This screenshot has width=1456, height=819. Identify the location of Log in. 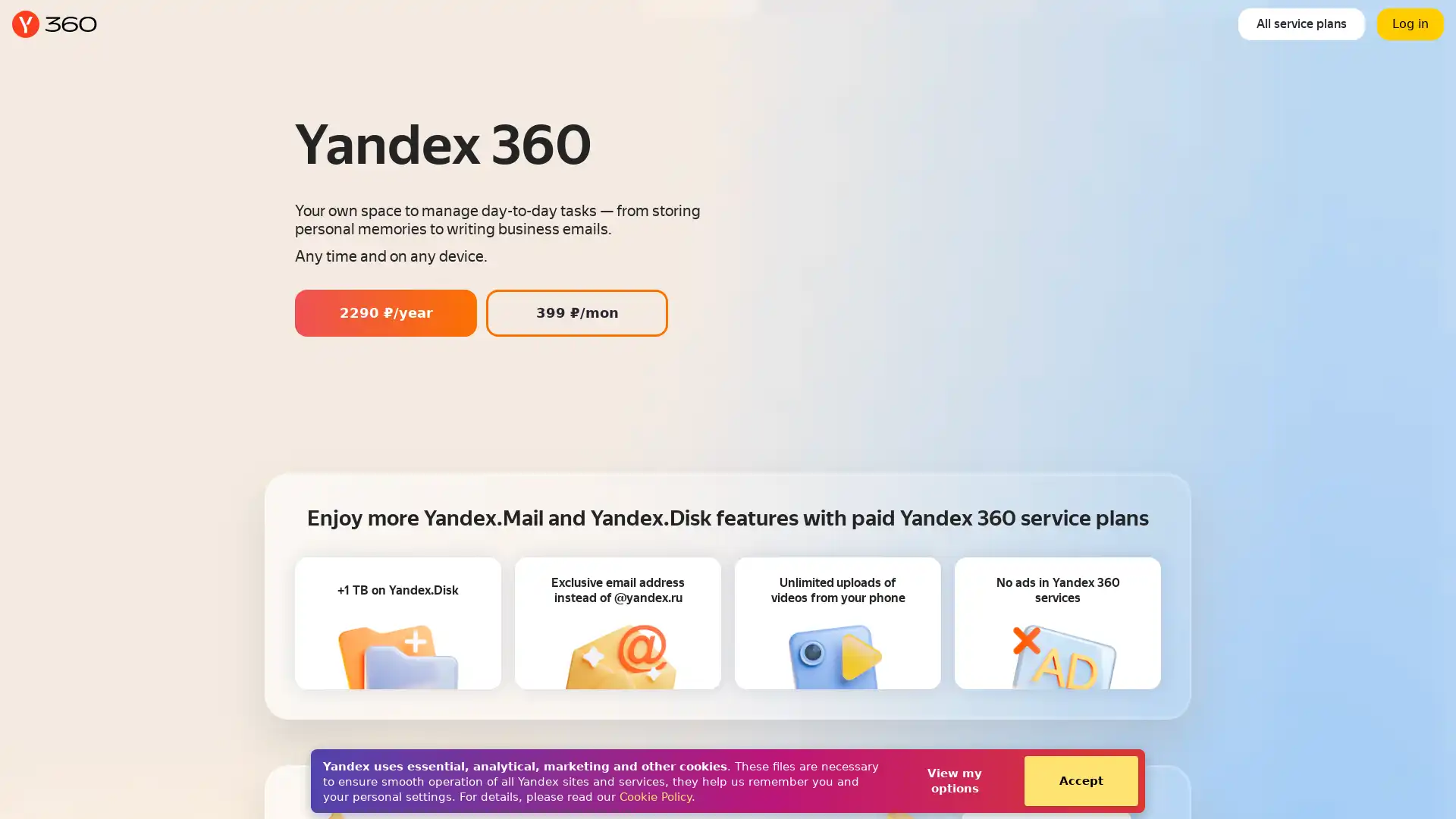
(1410, 24).